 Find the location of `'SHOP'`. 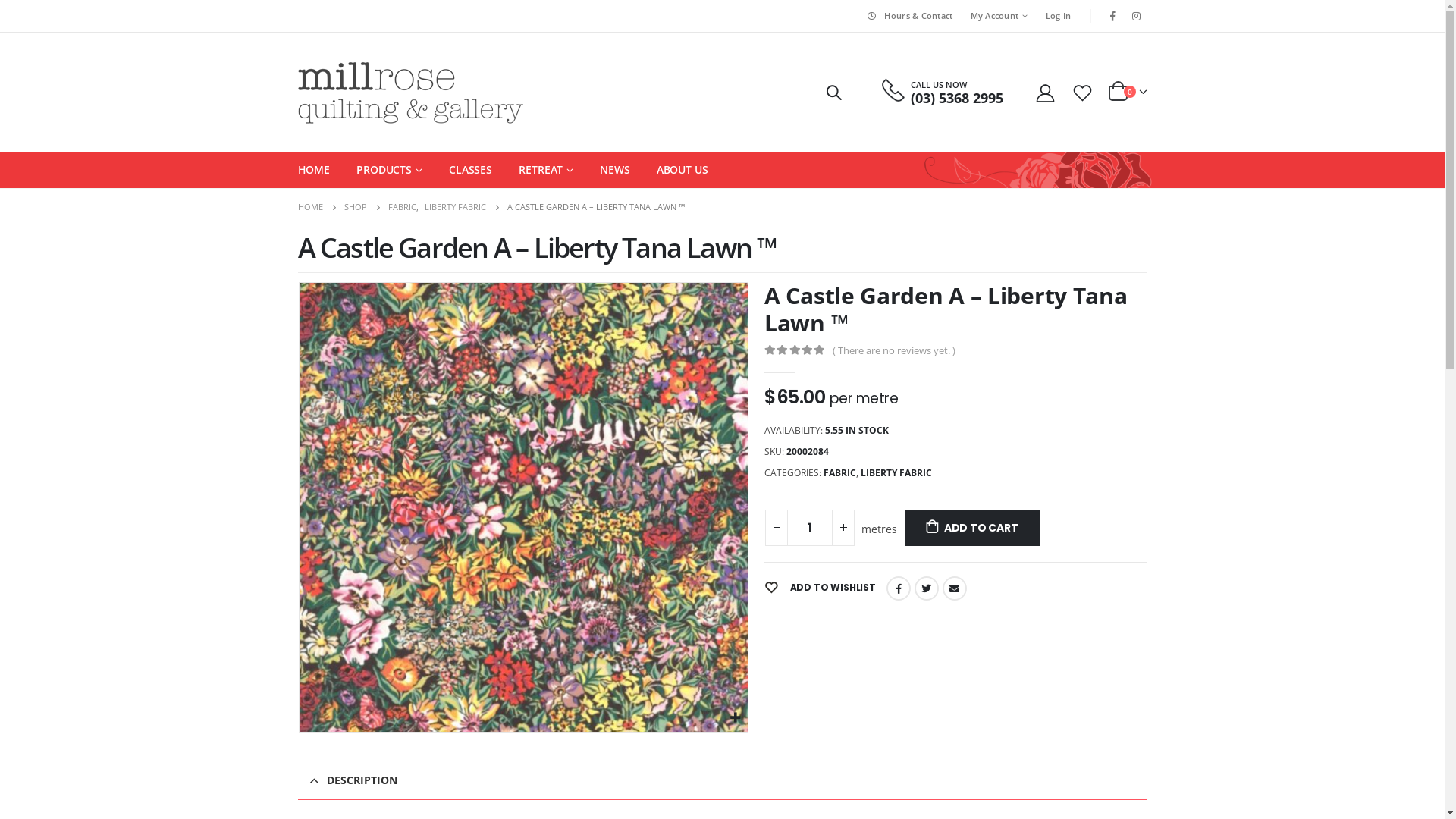

'SHOP' is located at coordinates (355, 207).